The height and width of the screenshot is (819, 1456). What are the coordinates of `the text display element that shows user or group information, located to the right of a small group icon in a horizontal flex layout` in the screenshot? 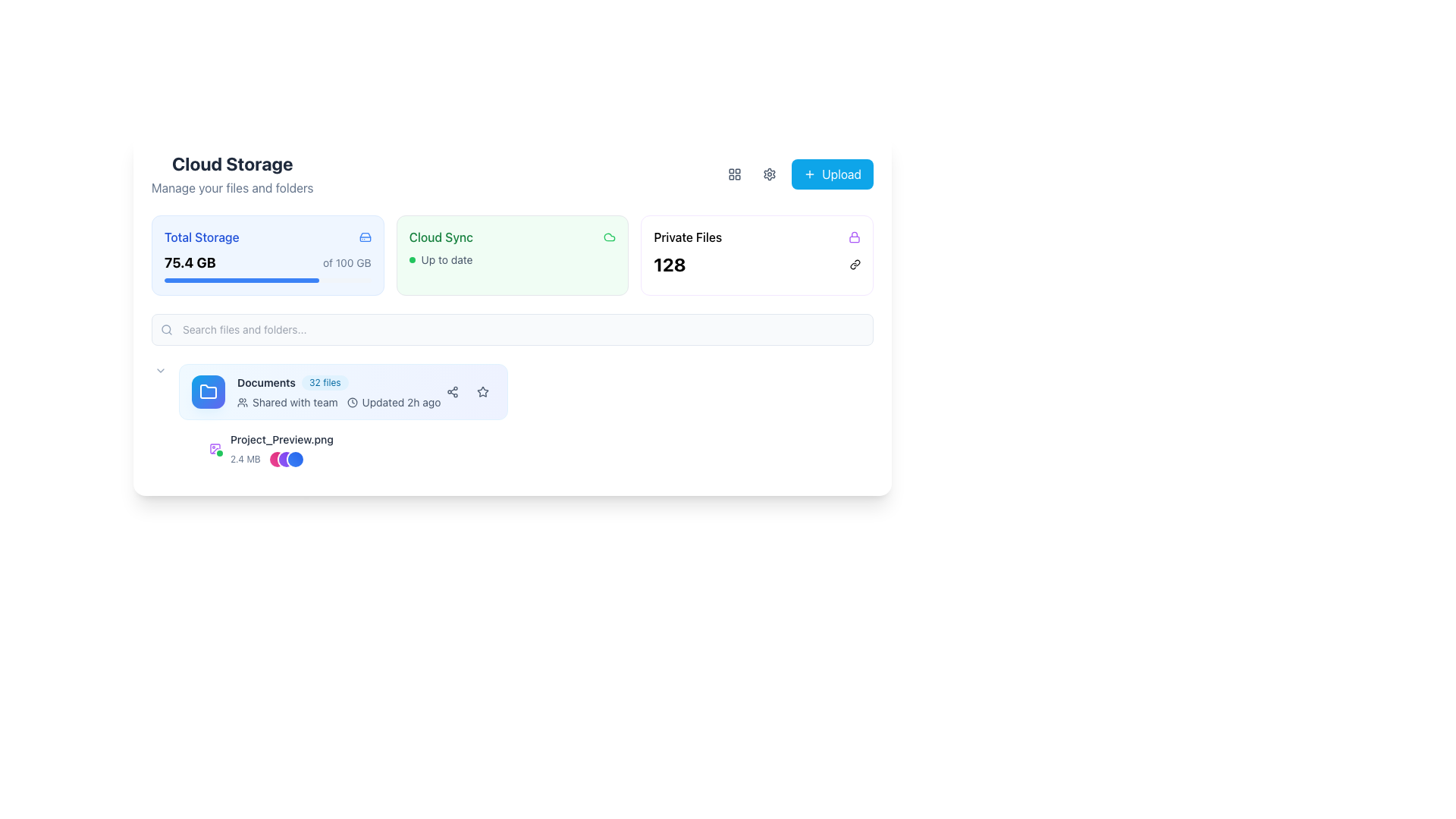 It's located at (234, 281).